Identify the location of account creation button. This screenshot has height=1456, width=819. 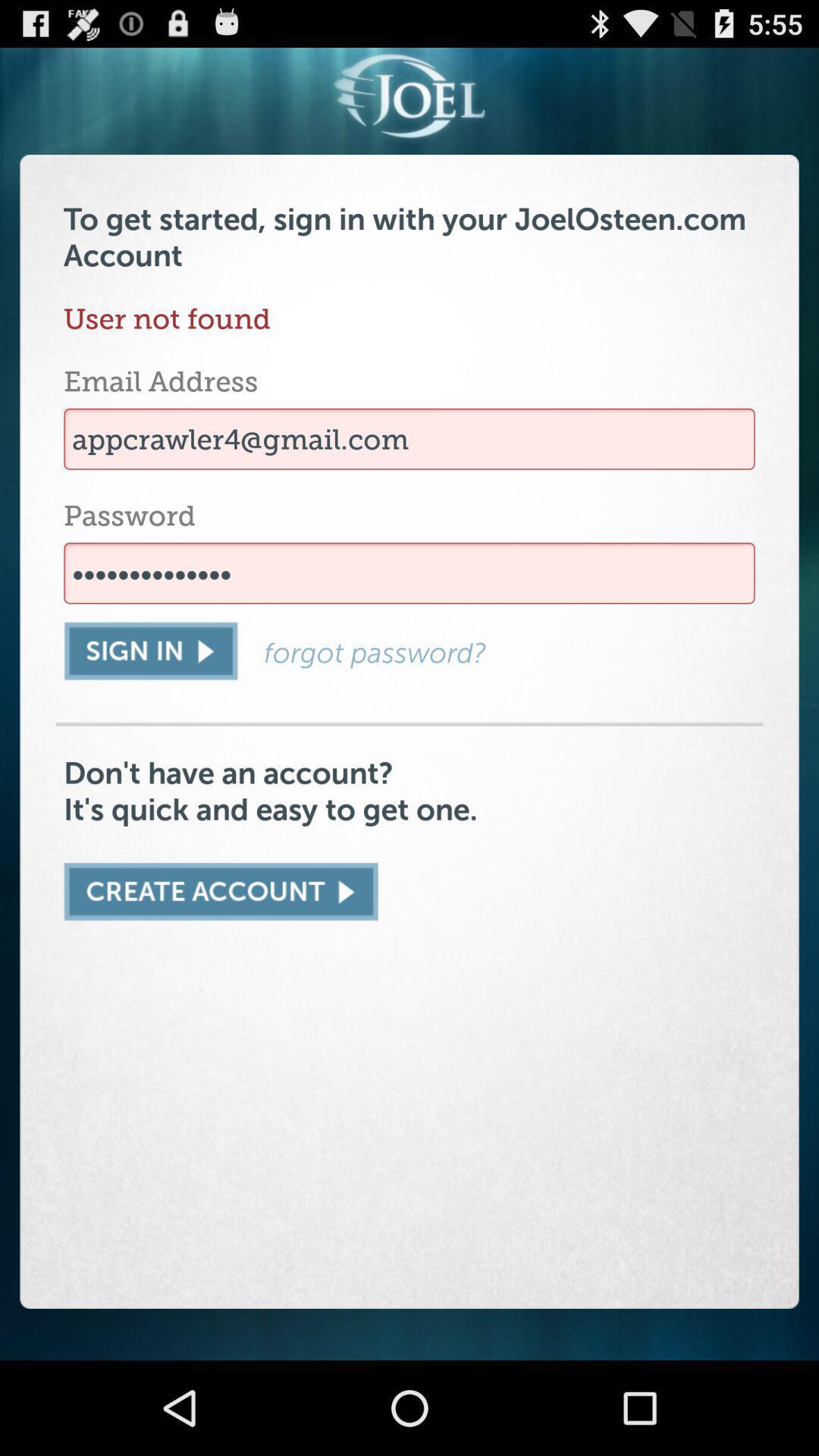
(221, 892).